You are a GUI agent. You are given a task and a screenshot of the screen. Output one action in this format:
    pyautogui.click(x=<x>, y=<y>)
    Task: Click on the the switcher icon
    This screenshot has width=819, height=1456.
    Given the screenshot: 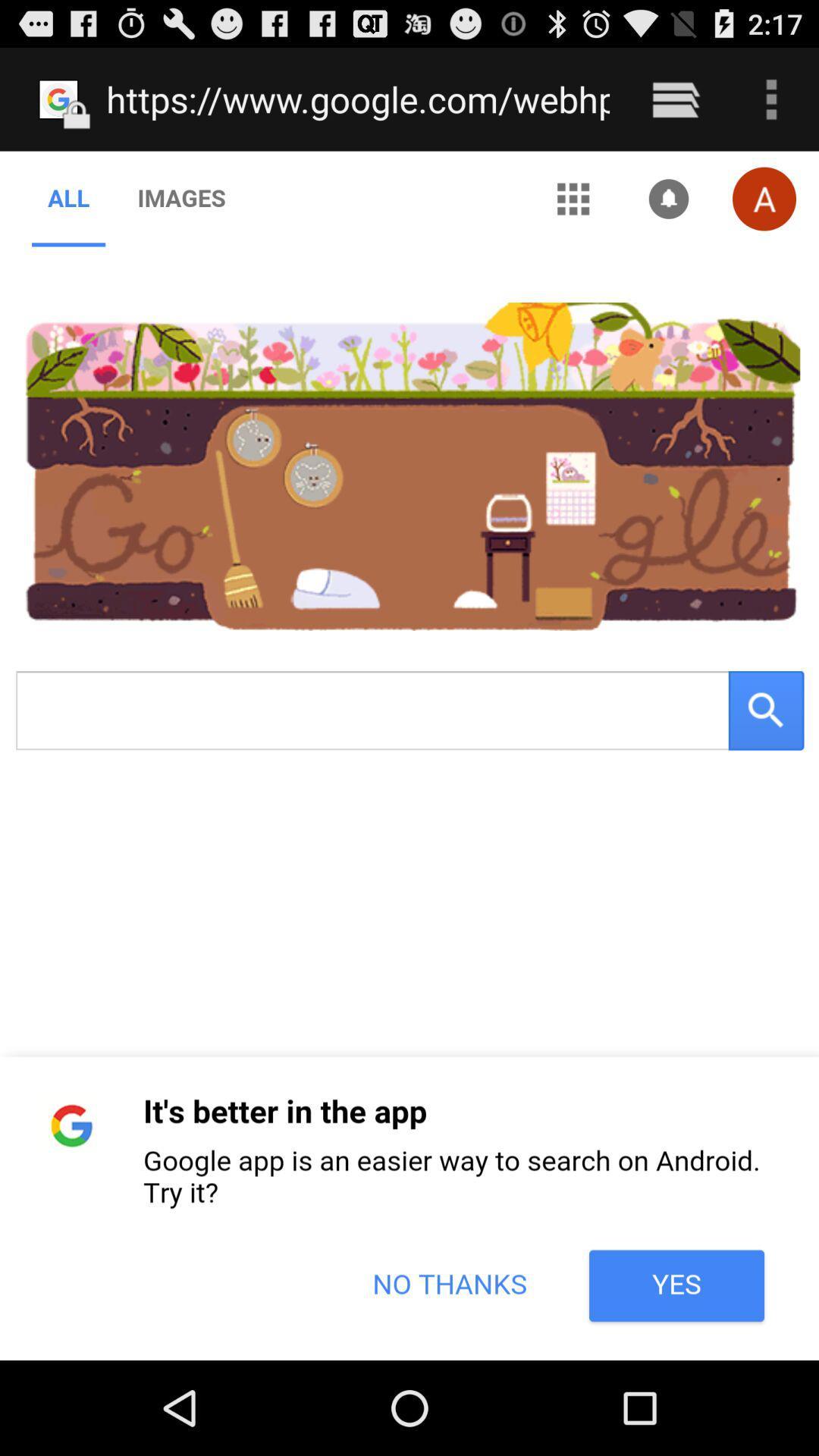 What is the action you would take?
    pyautogui.click(x=675, y=105)
    